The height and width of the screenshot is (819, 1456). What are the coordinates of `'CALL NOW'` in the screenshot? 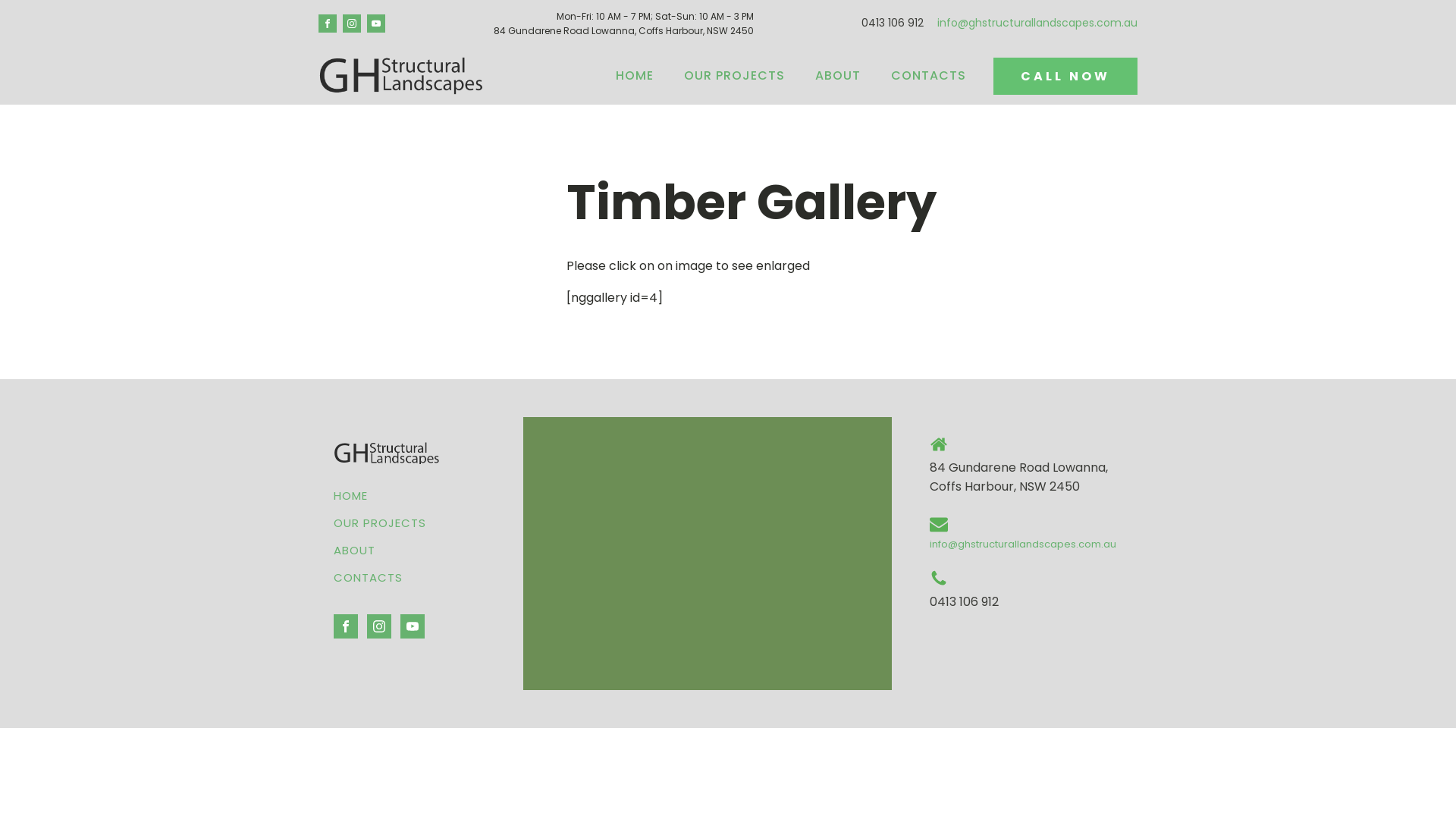 It's located at (993, 76).